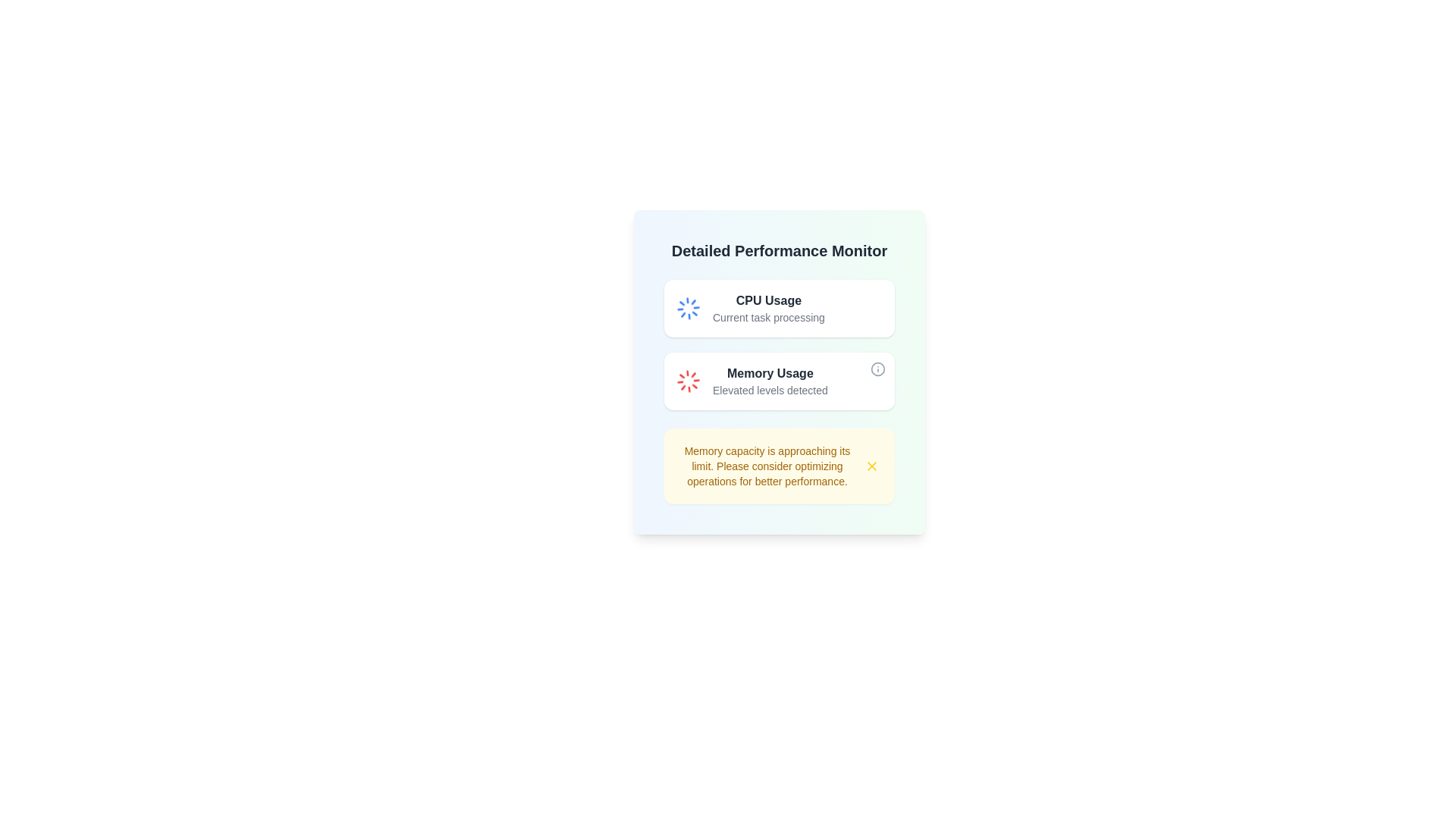 This screenshot has width=1456, height=819. I want to click on the Text Label that serves as a header for the memory usage section in the performance monitoring module, located below the 'CPU Usage' section, so click(770, 374).